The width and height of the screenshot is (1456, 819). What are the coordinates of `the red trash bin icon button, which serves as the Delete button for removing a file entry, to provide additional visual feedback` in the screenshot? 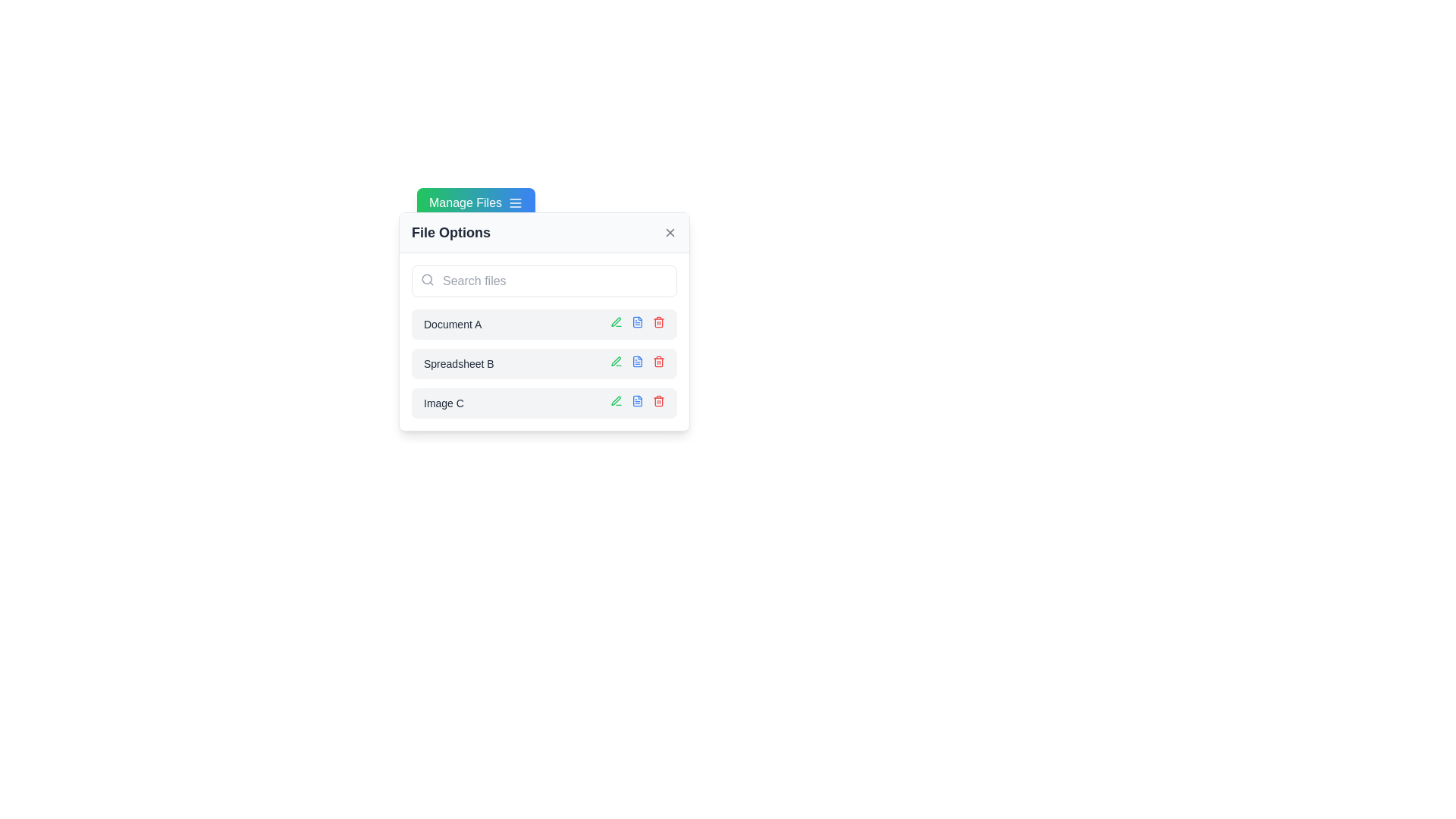 It's located at (658, 400).